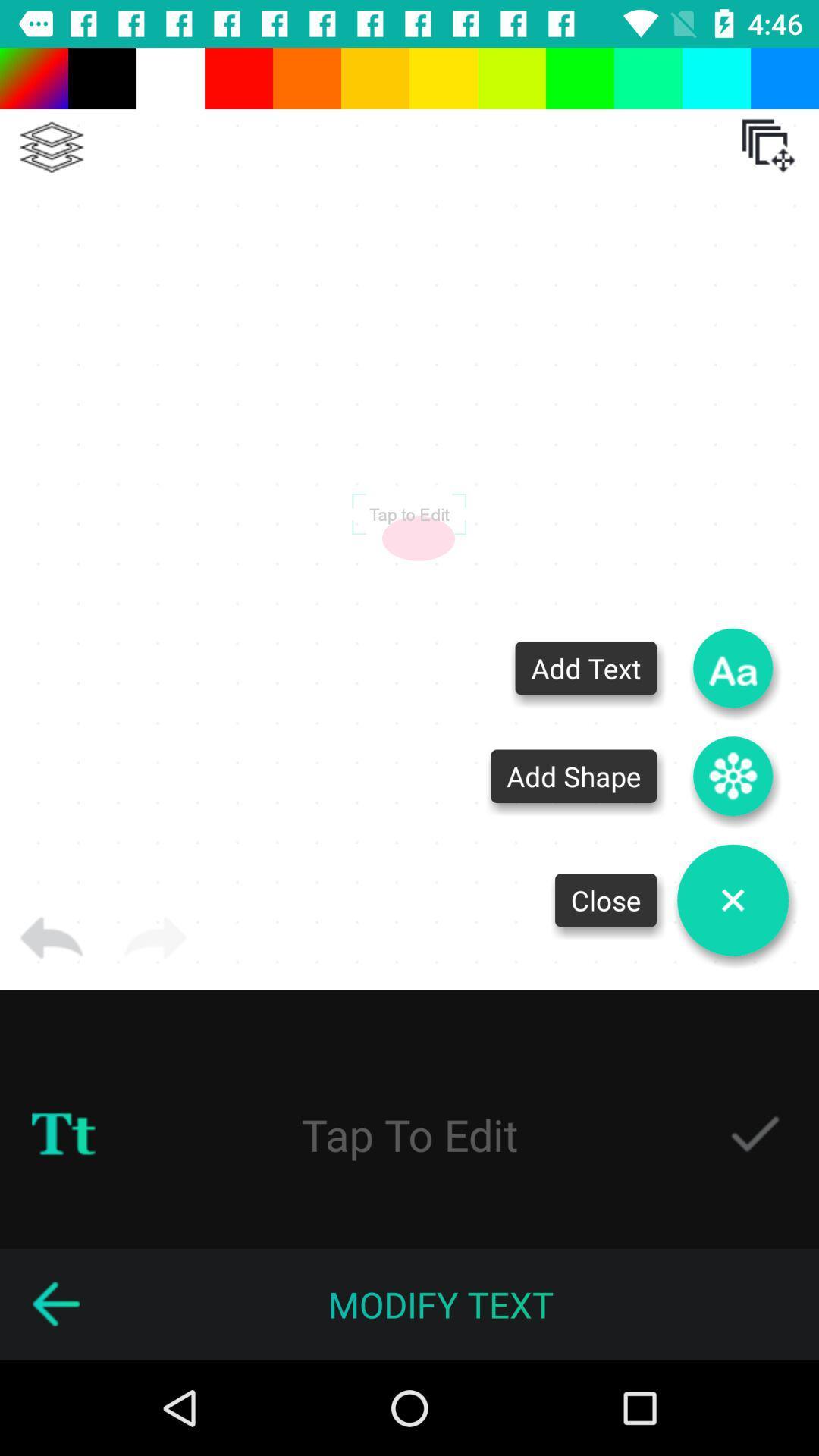  Describe the element at coordinates (55, 1304) in the screenshot. I see `go back` at that location.